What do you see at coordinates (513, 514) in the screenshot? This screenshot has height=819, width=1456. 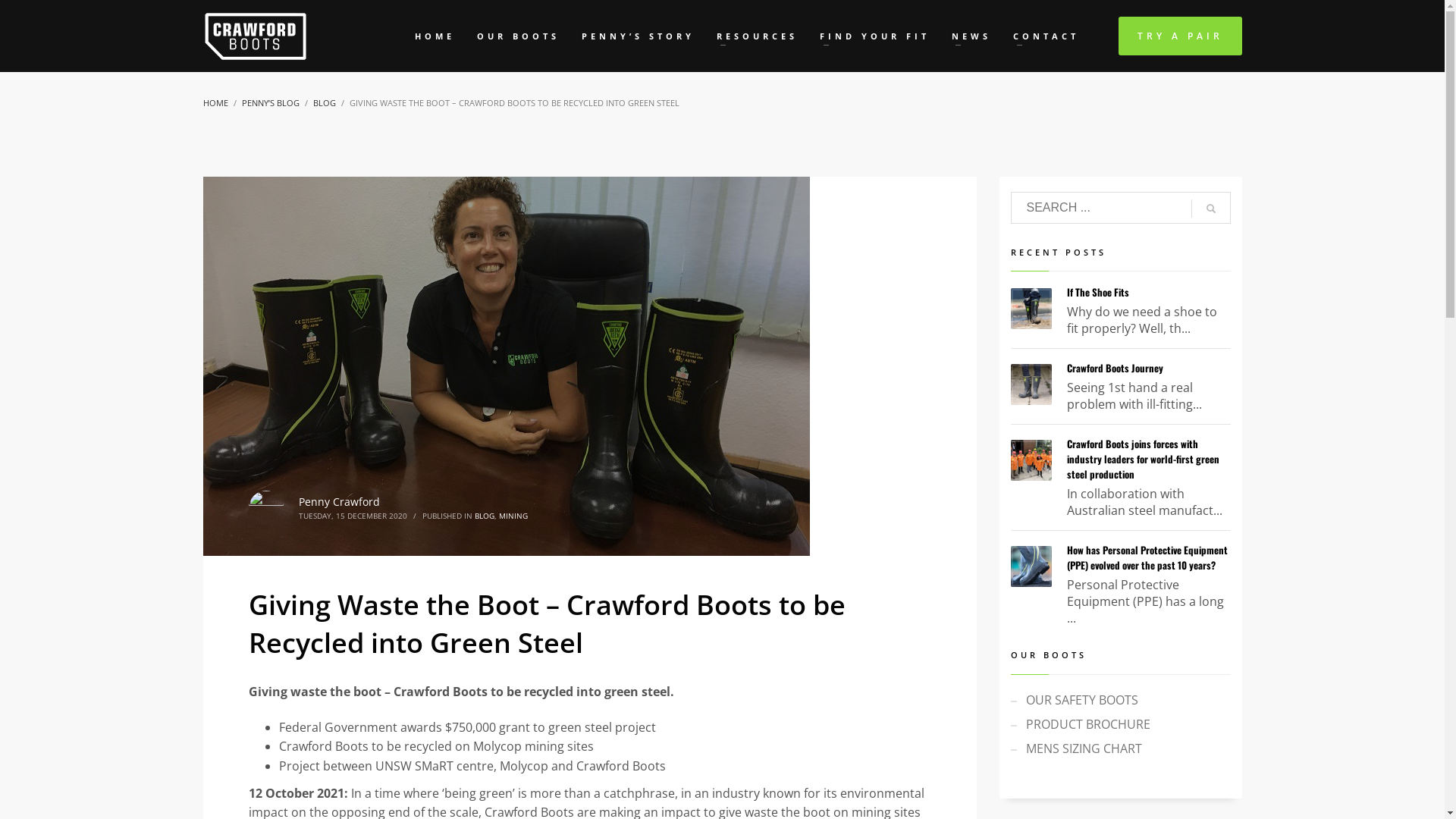 I see `'MINING'` at bounding box center [513, 514].